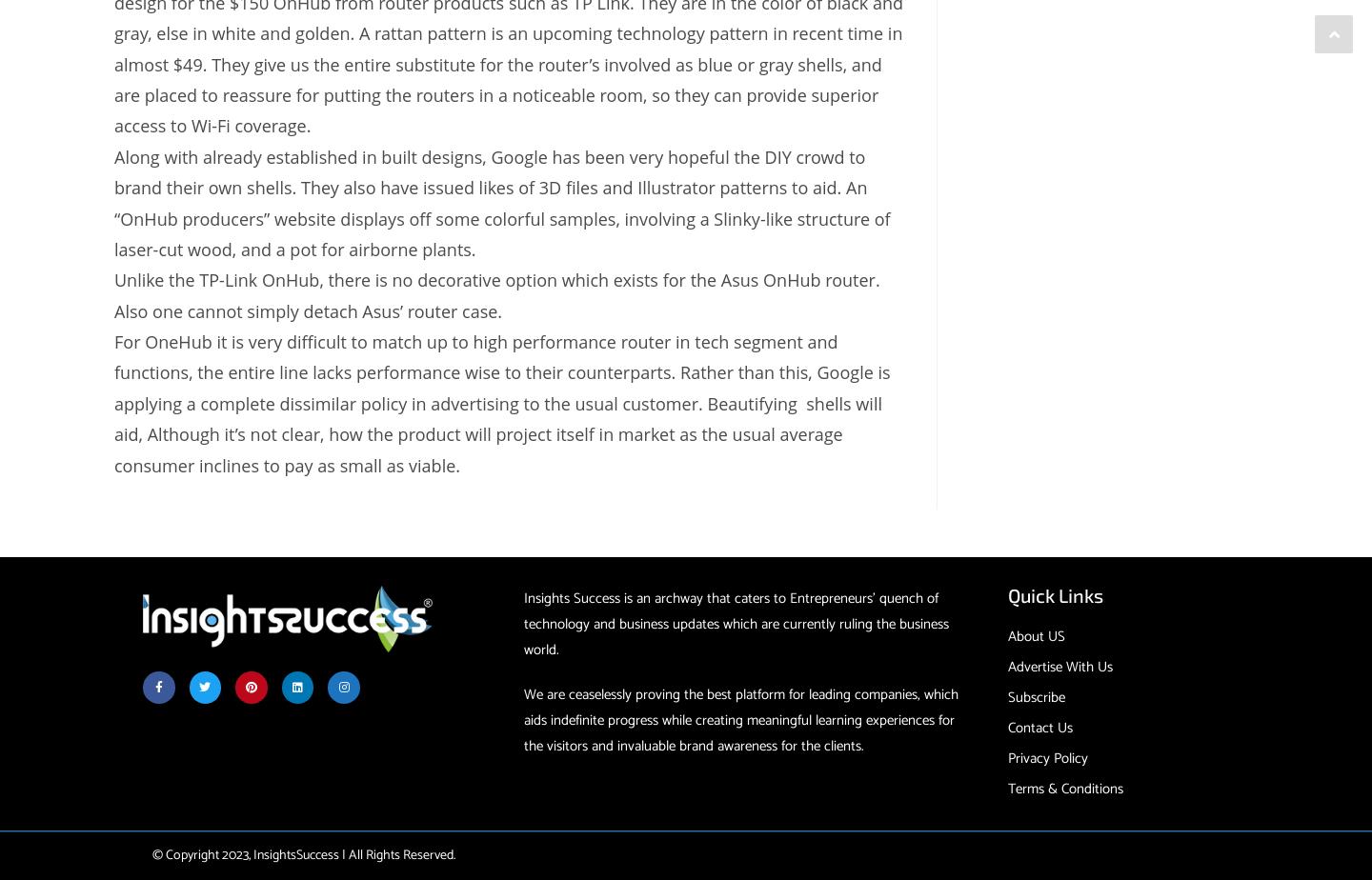 This screenshot has height=880, width=1372. I want to click on 'Advertise With Us', so click(1059, 667).